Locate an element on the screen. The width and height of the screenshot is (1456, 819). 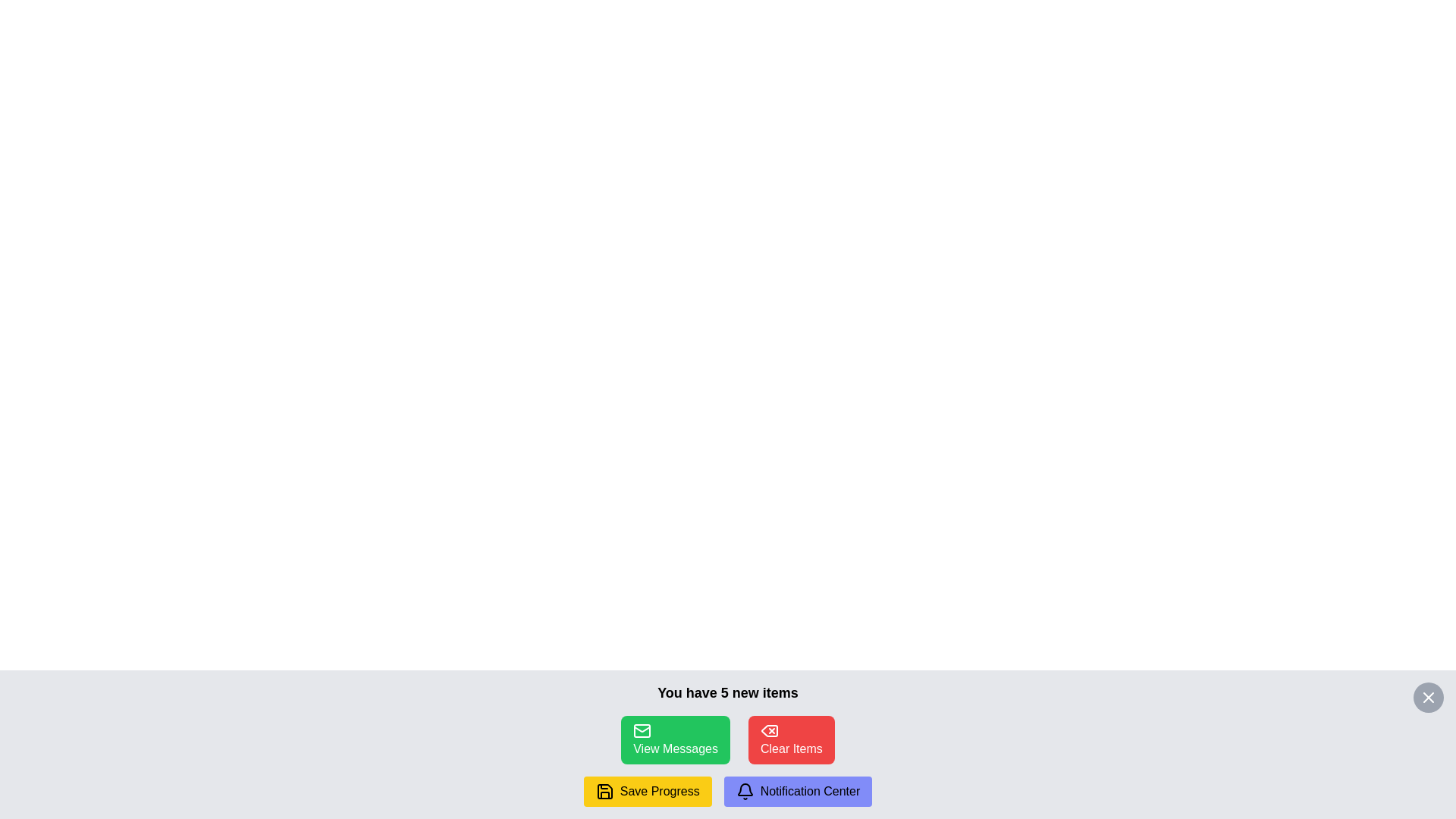
the green rectangular button labeled 'View Messages' with an envelope icon to observe the styling changes is located at coordinates (675, 739).